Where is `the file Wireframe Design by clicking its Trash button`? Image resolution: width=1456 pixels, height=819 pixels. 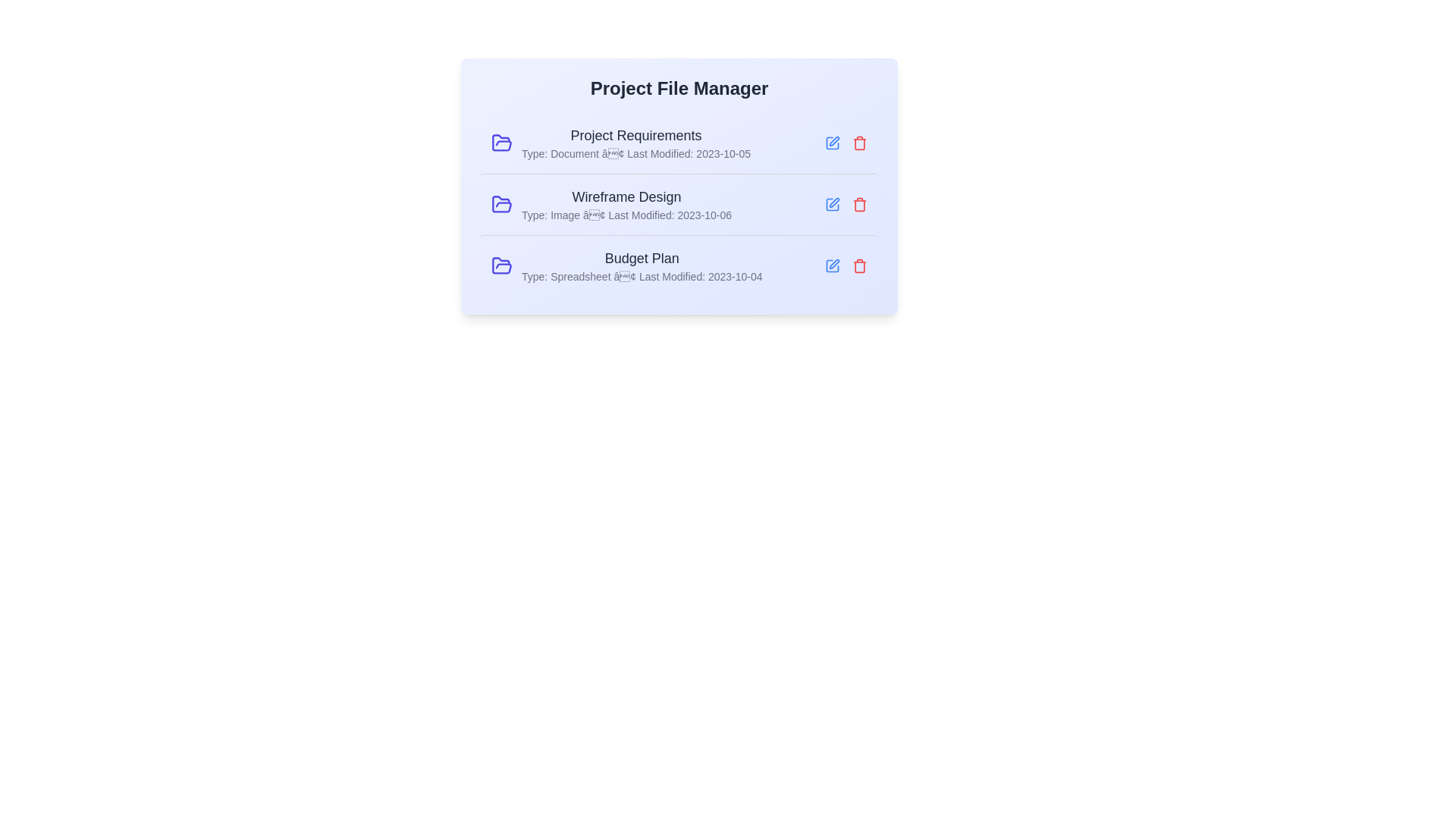 the file Wireframe Design by clicking its Trash button is located at coordinates (859, 205).